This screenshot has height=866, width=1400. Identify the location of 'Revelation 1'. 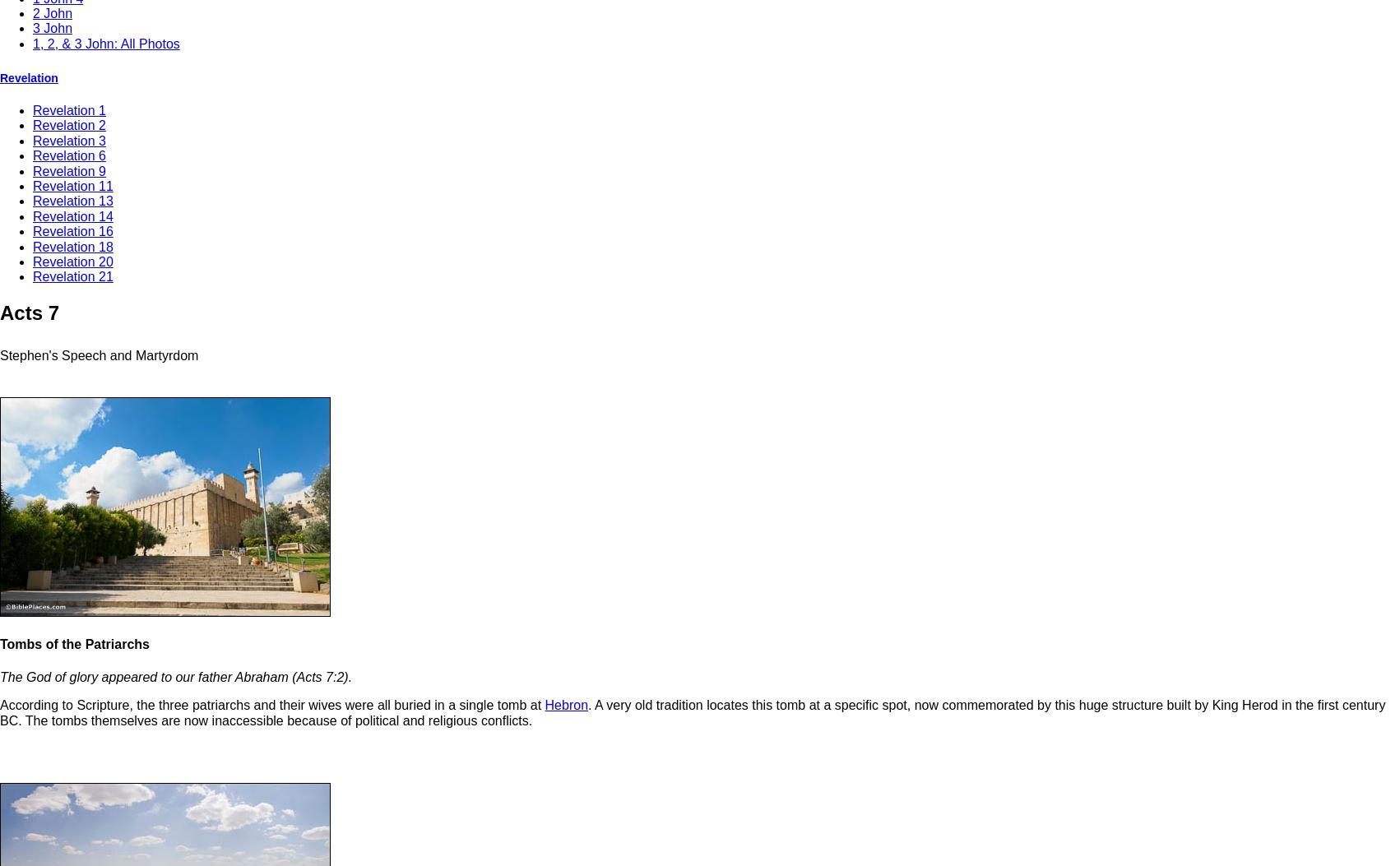
(69, 110).